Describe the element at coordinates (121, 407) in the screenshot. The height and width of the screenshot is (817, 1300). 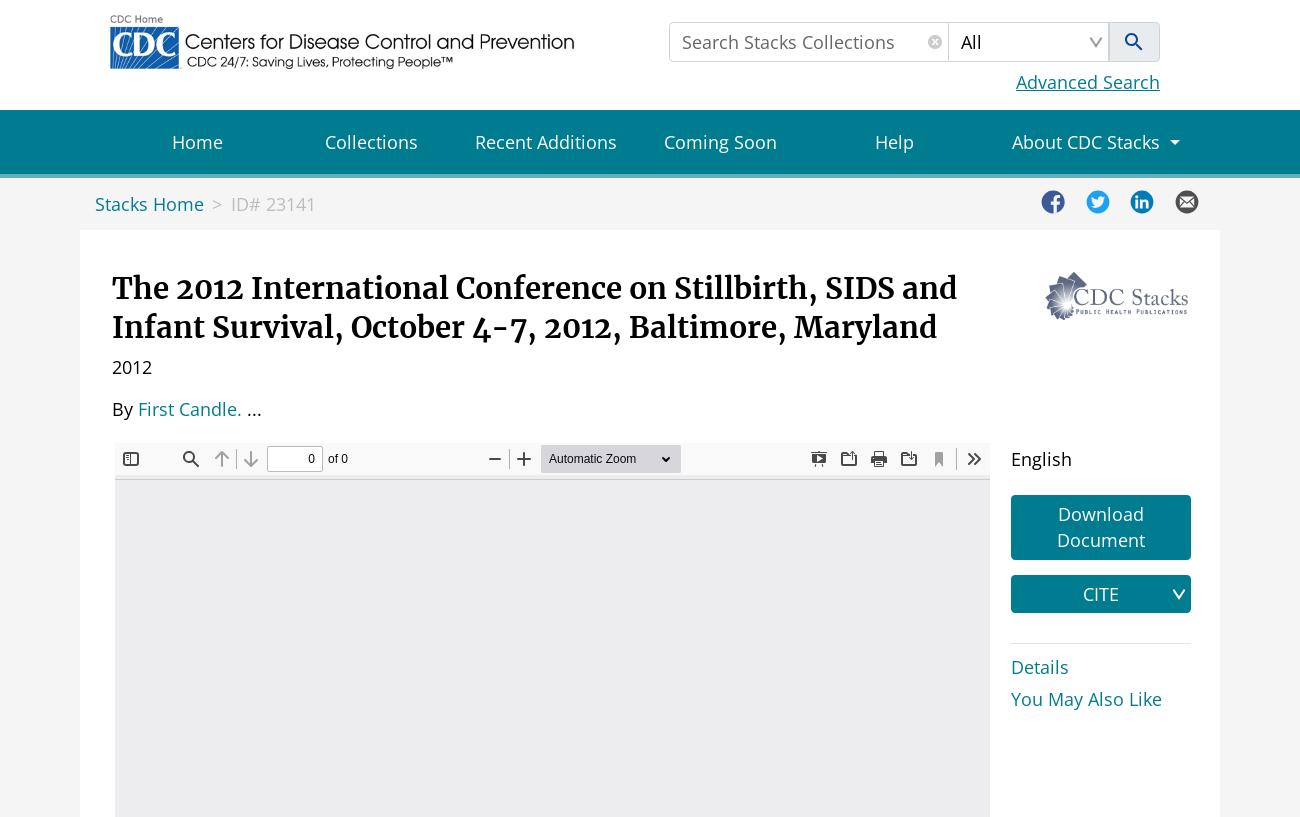
I see `'By'` at that location.